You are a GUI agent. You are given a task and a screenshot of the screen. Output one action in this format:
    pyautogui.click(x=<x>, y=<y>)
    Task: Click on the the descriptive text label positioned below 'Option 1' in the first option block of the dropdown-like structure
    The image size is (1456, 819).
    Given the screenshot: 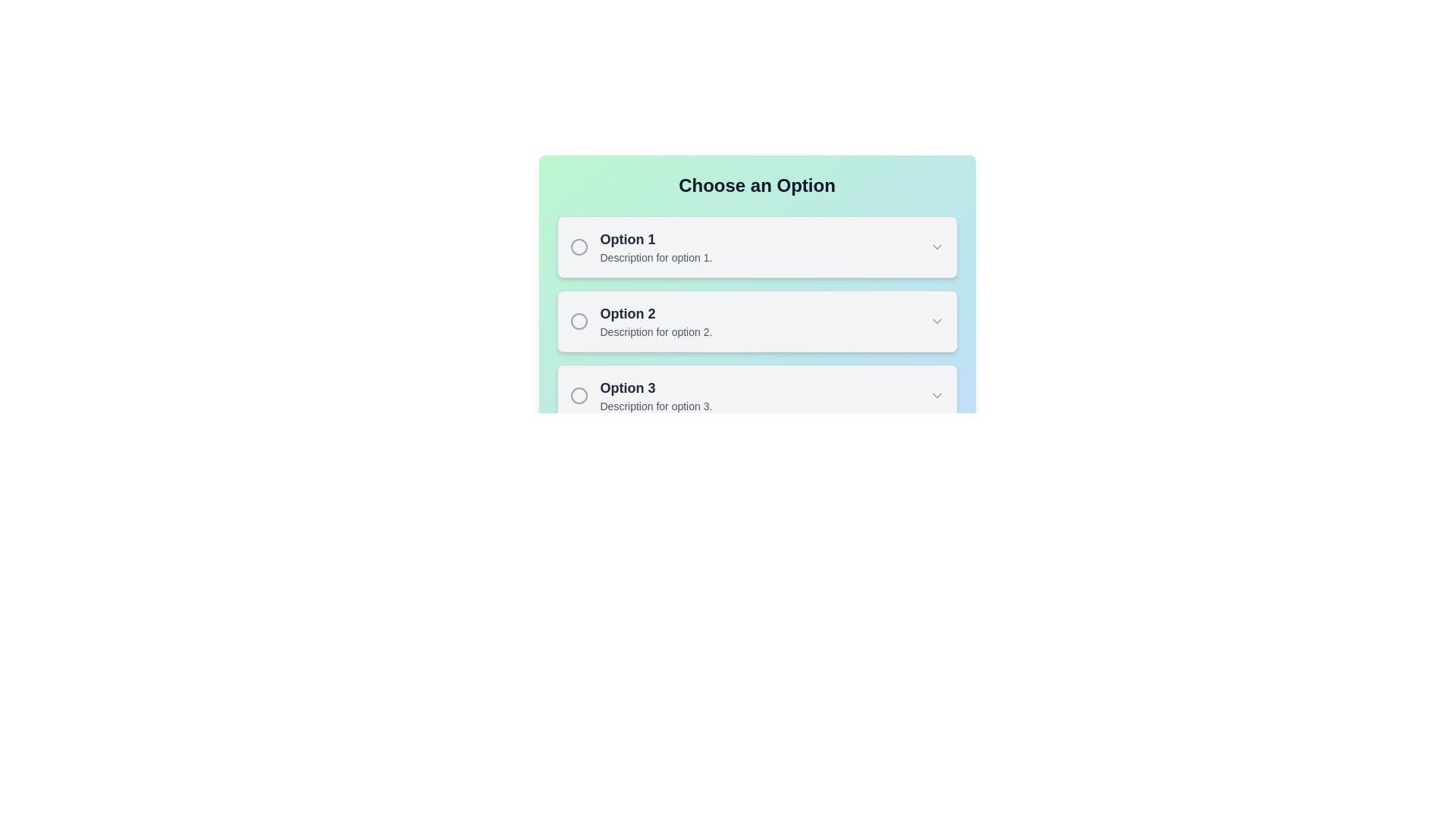 What is the action you would take?
    pyautogui.click(x=656, y=256)
    